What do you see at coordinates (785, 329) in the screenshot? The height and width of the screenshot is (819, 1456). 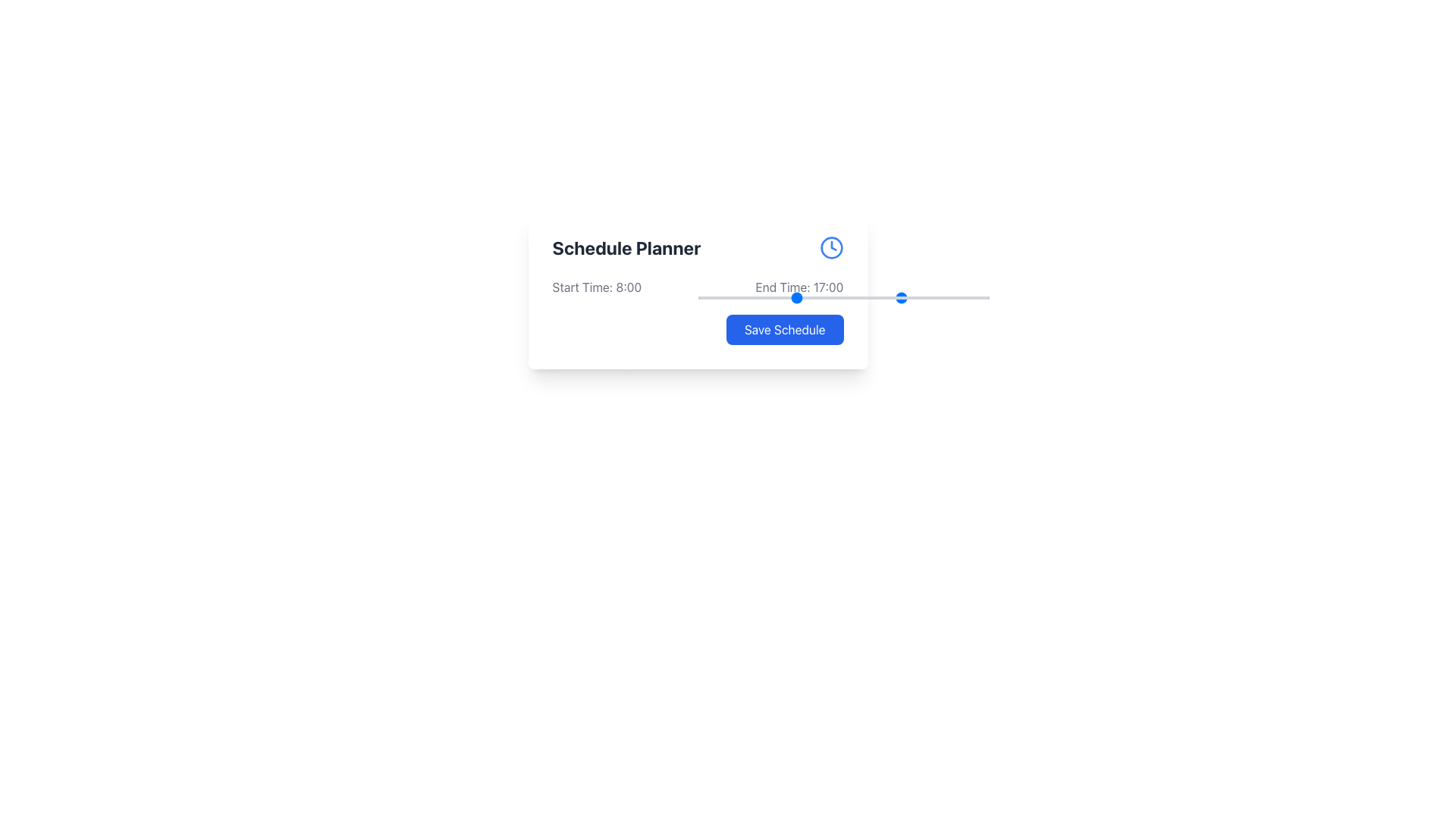 I see `the save button located at the bottom-right corner of the 'Schedule Planner' component` at bounding box center [785, 329].